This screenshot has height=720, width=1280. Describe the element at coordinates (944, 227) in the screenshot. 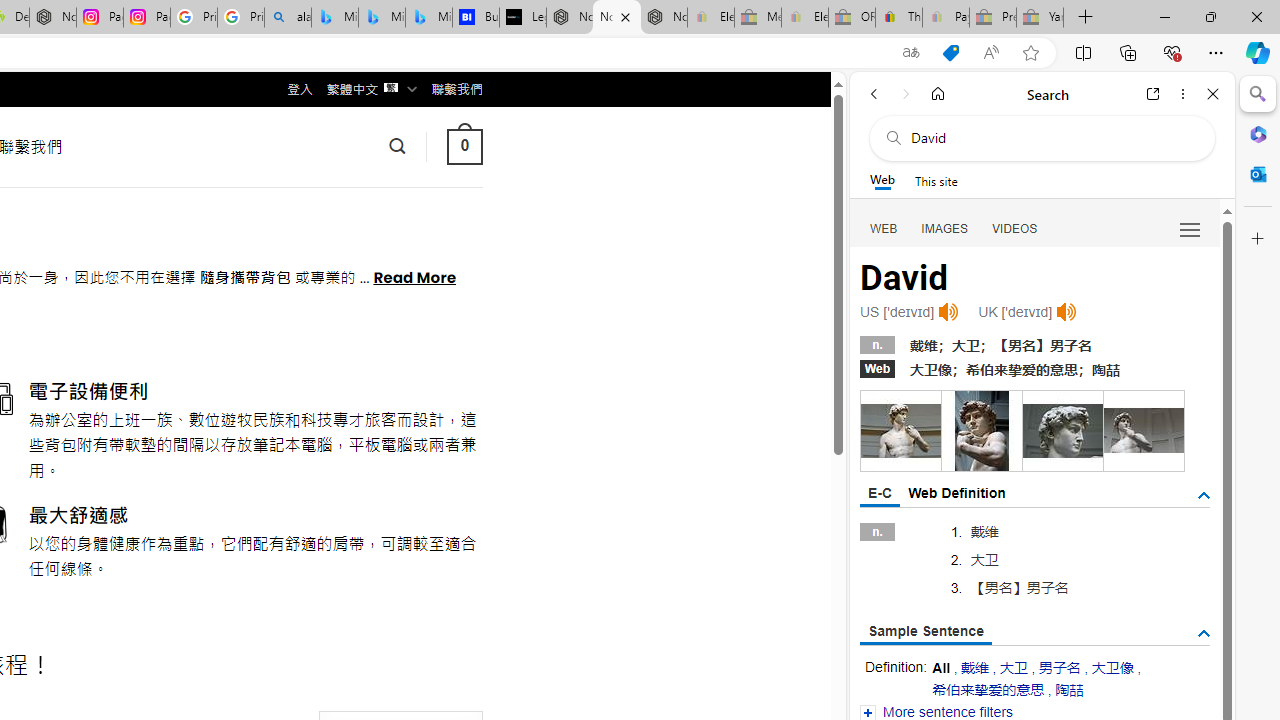

I see `'IMAGES'` at that location.